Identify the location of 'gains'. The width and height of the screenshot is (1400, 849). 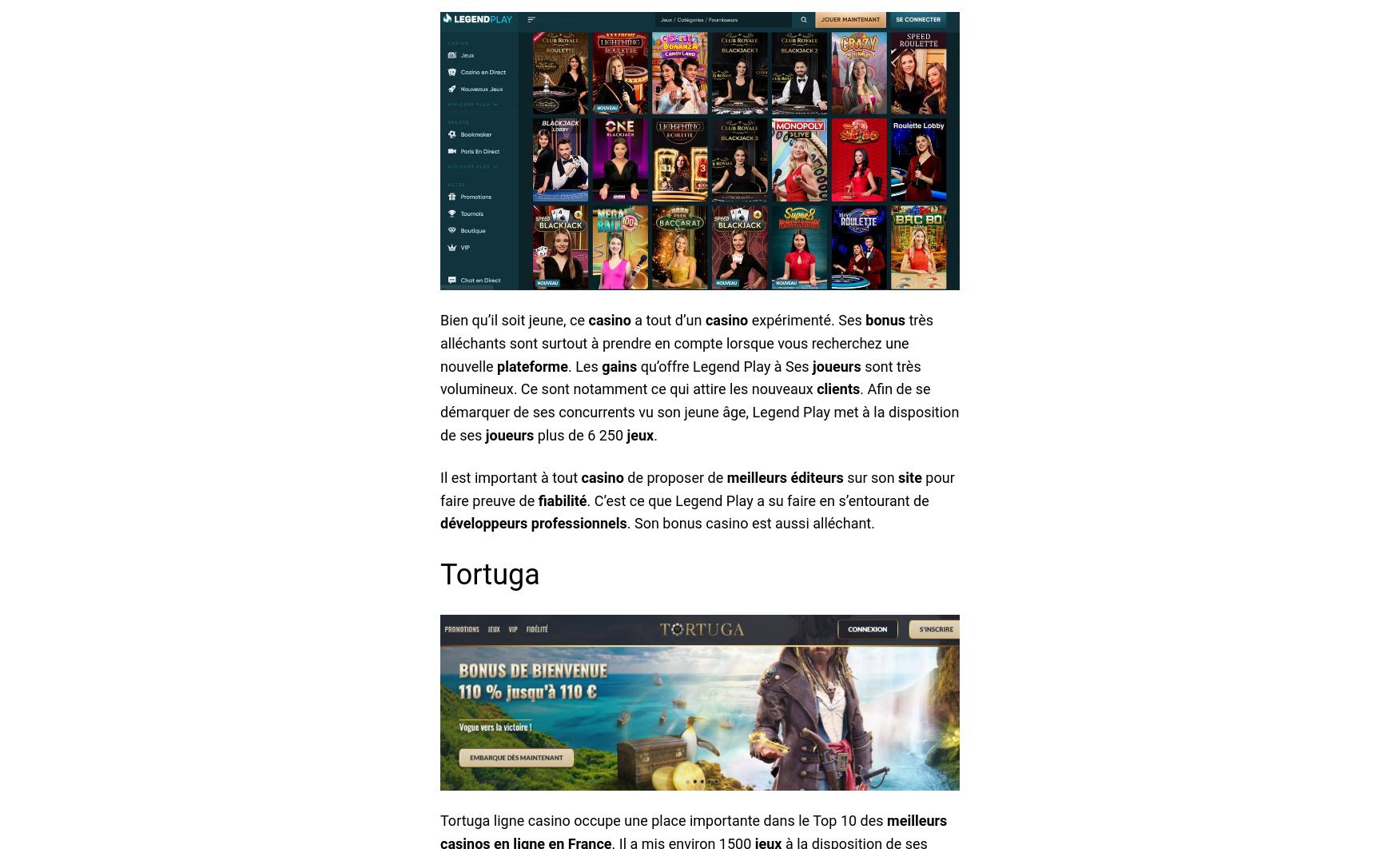
(619, 365).